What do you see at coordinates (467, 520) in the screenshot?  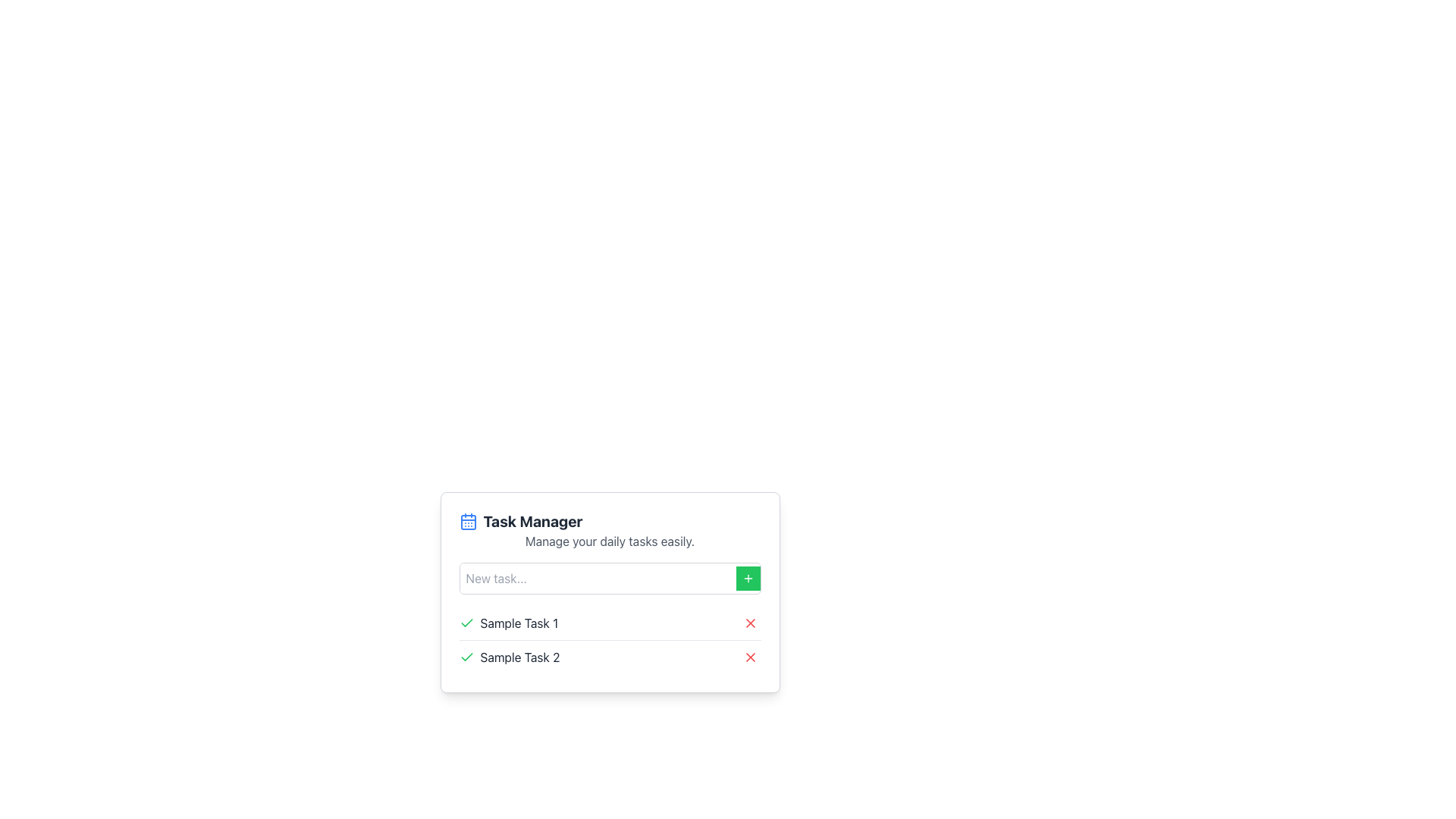 I see `the calendar icon located to the immediate left of the 'Task Manager' text in the task management section` at bounding box center [467, 520].